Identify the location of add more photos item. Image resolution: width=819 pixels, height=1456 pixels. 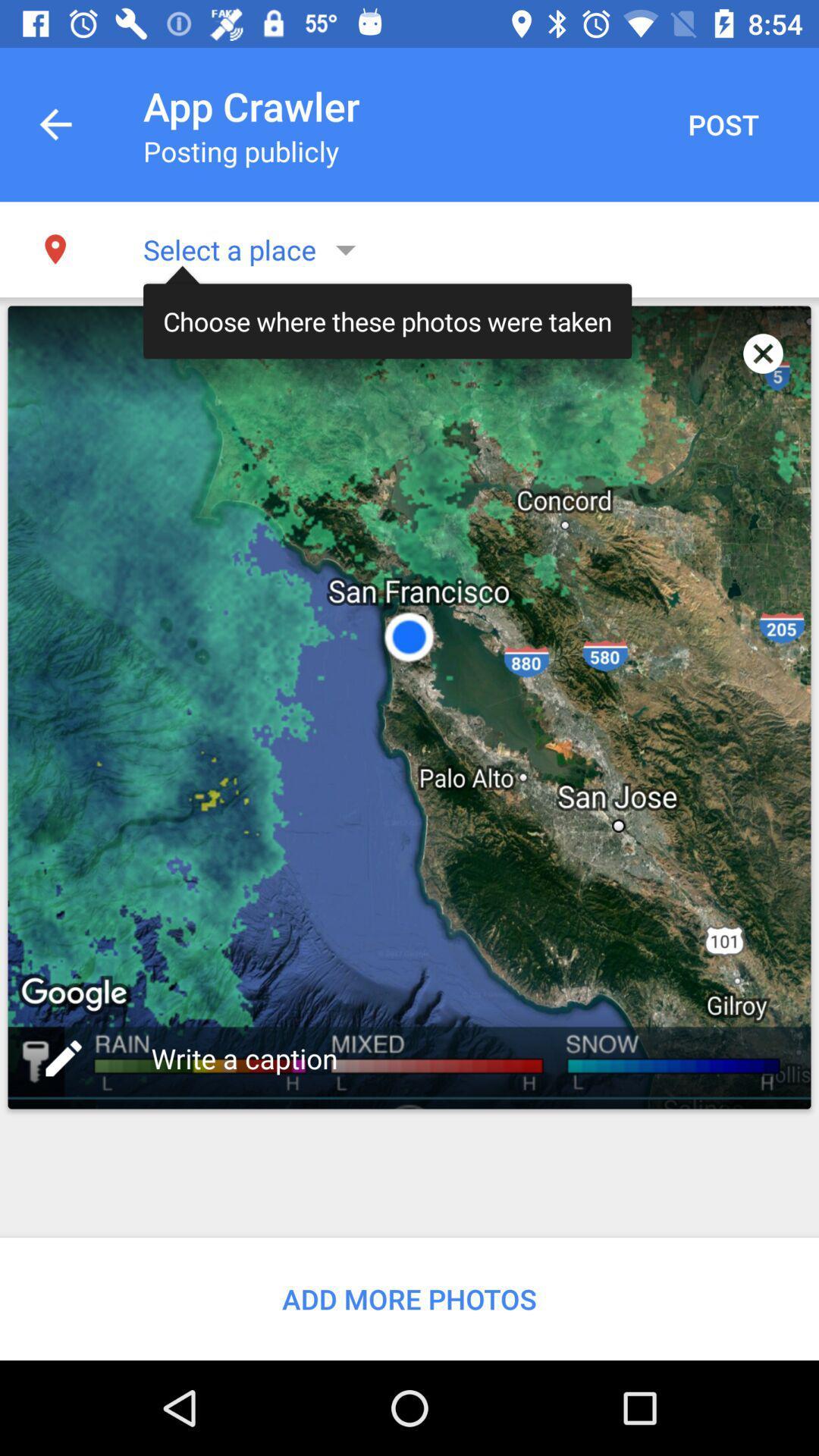
(409, 1298).